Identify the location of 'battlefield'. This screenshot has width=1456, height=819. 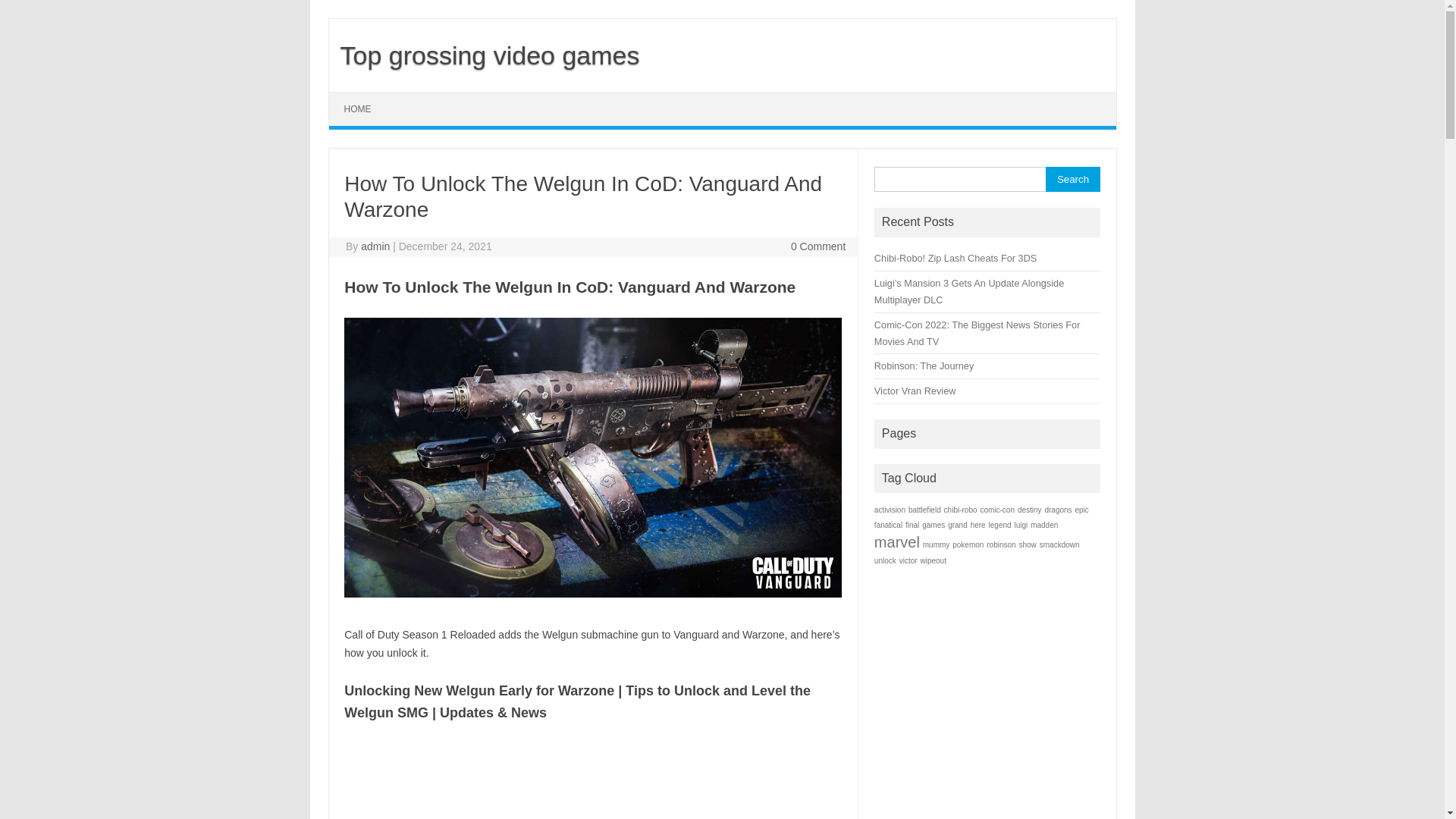
(924, 510).